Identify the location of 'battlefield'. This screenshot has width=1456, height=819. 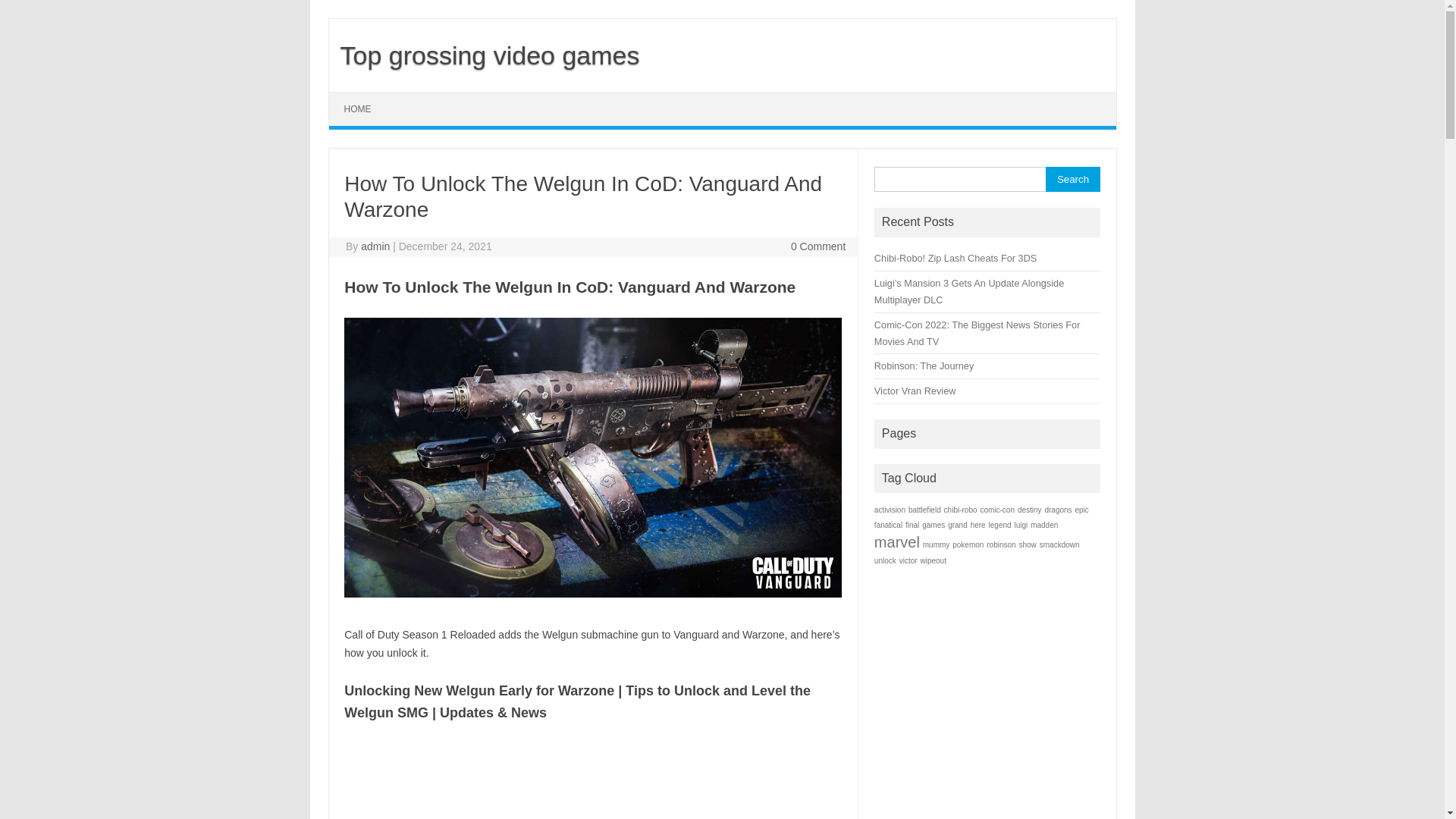
(924, 510).